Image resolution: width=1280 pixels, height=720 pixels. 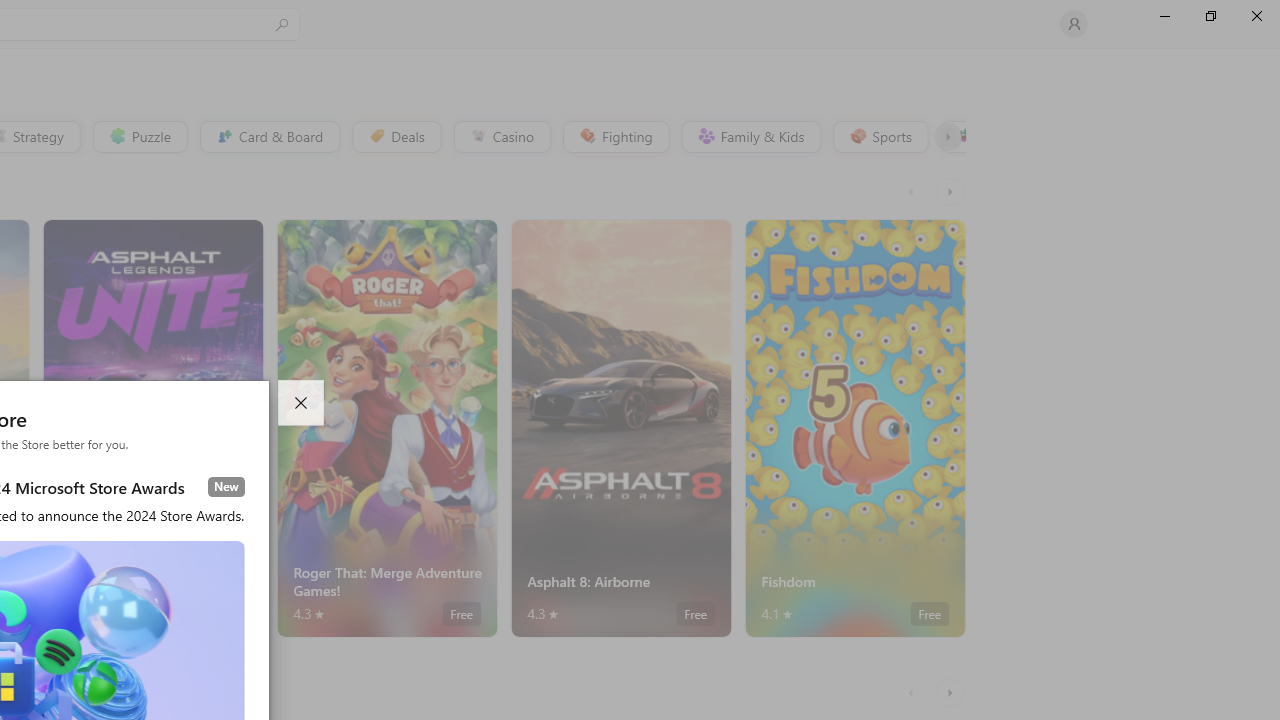 I want to click on 'Fighting', so click(x=614, y=135).